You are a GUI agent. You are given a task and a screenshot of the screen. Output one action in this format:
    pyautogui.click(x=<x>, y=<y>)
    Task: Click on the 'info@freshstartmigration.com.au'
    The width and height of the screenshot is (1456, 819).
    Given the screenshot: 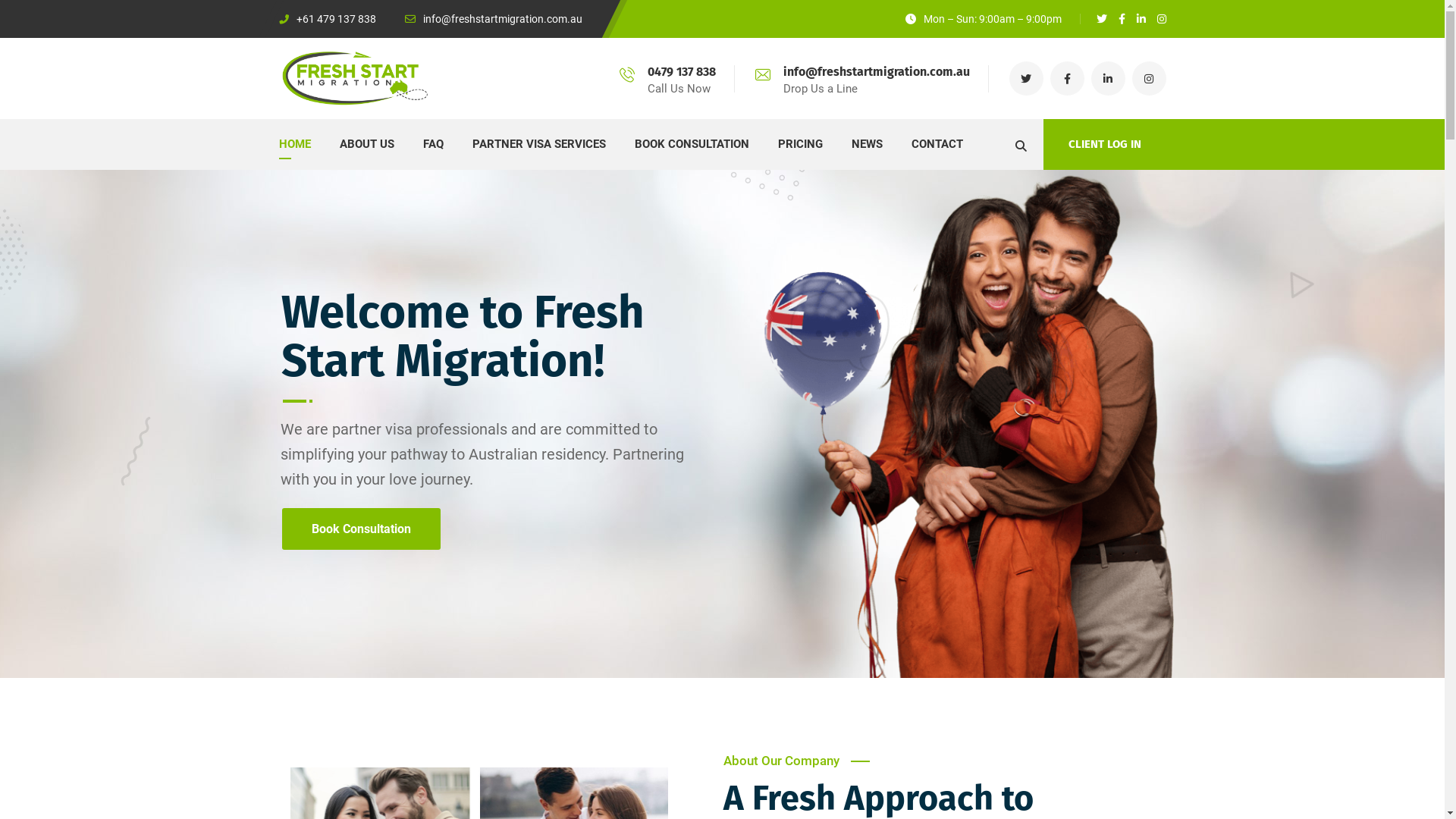 What is the action you would take?
    pyautogui.click(x=876, y=71)
    